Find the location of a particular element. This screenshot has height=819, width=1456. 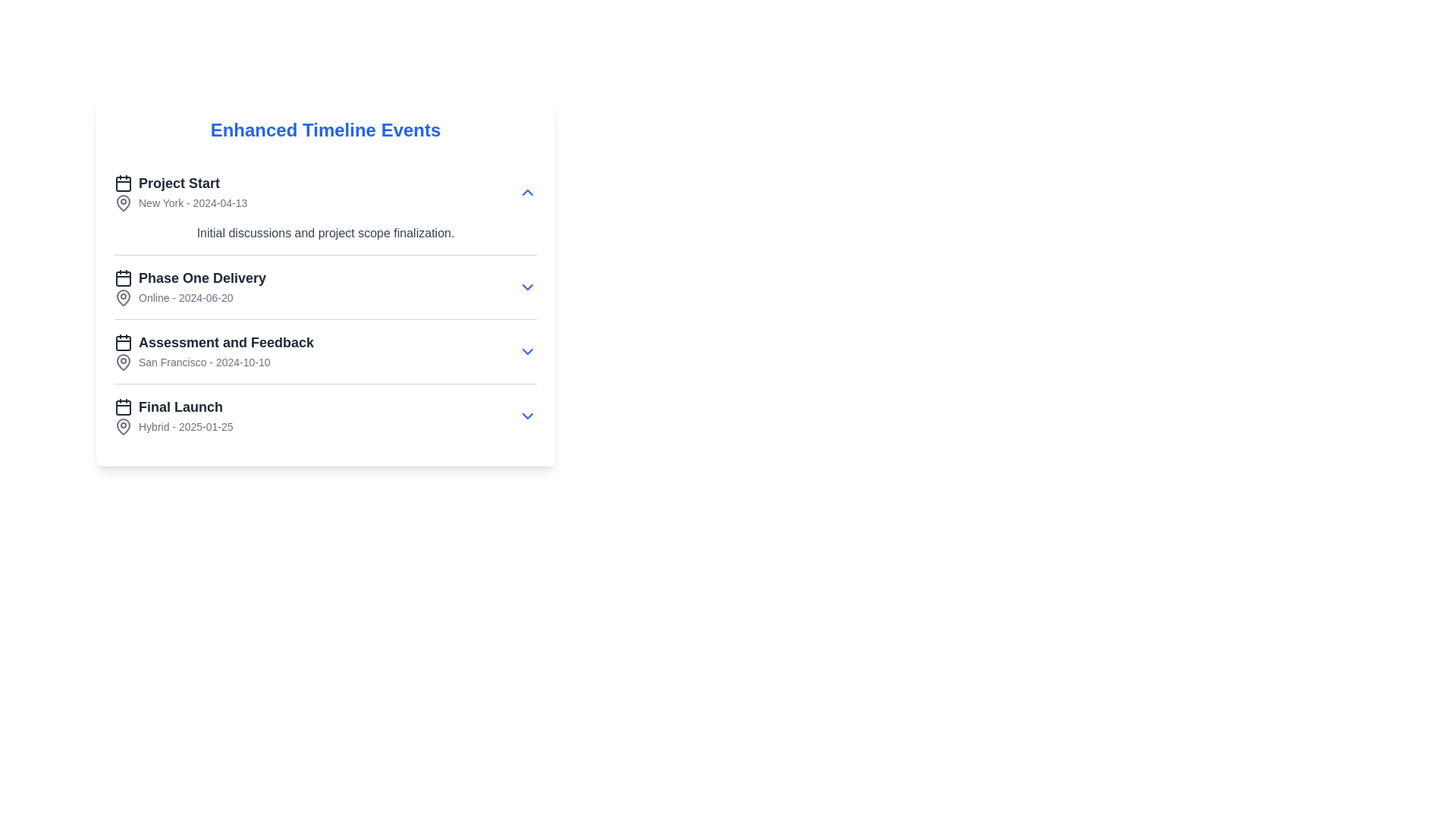

event details of the Timeline entry labeled 'Final Launch' with the date 'Hybrid - 2025-01-25', which is the last entry in the vertical timeline list is located at coordinates (325, 416).